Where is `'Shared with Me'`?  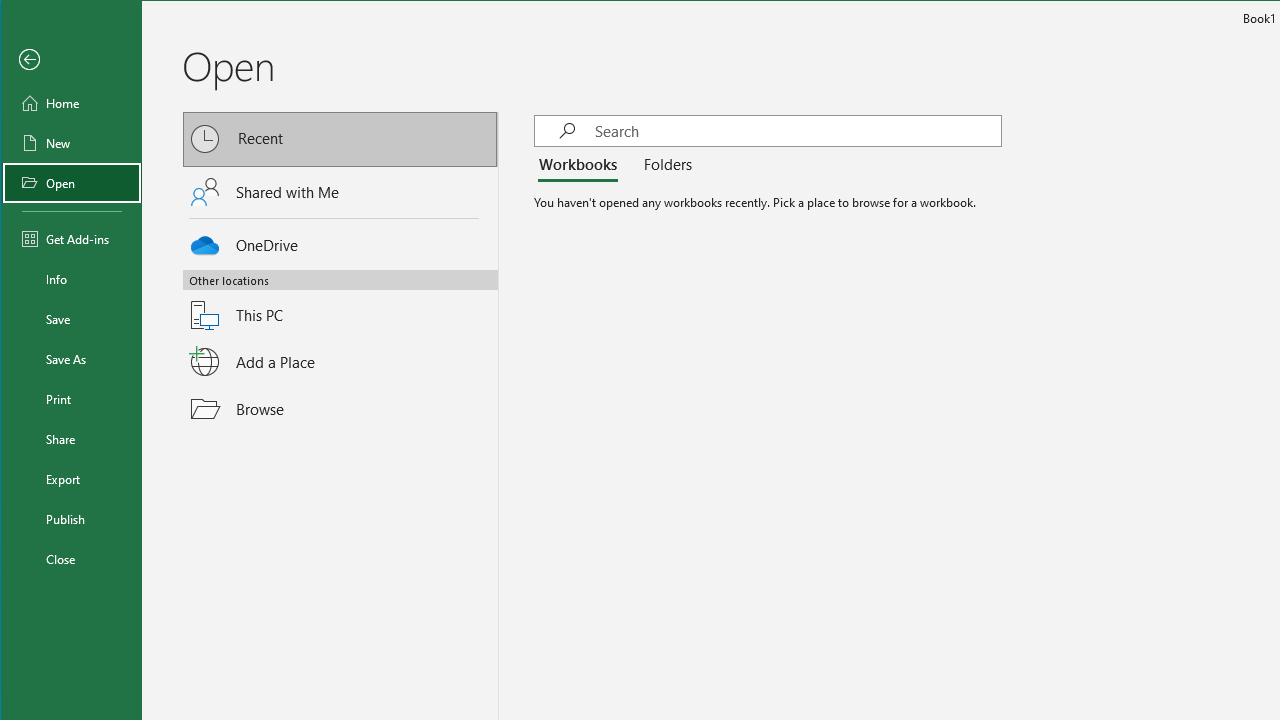
'Shared with Me' is located at coordinates (341, 191).